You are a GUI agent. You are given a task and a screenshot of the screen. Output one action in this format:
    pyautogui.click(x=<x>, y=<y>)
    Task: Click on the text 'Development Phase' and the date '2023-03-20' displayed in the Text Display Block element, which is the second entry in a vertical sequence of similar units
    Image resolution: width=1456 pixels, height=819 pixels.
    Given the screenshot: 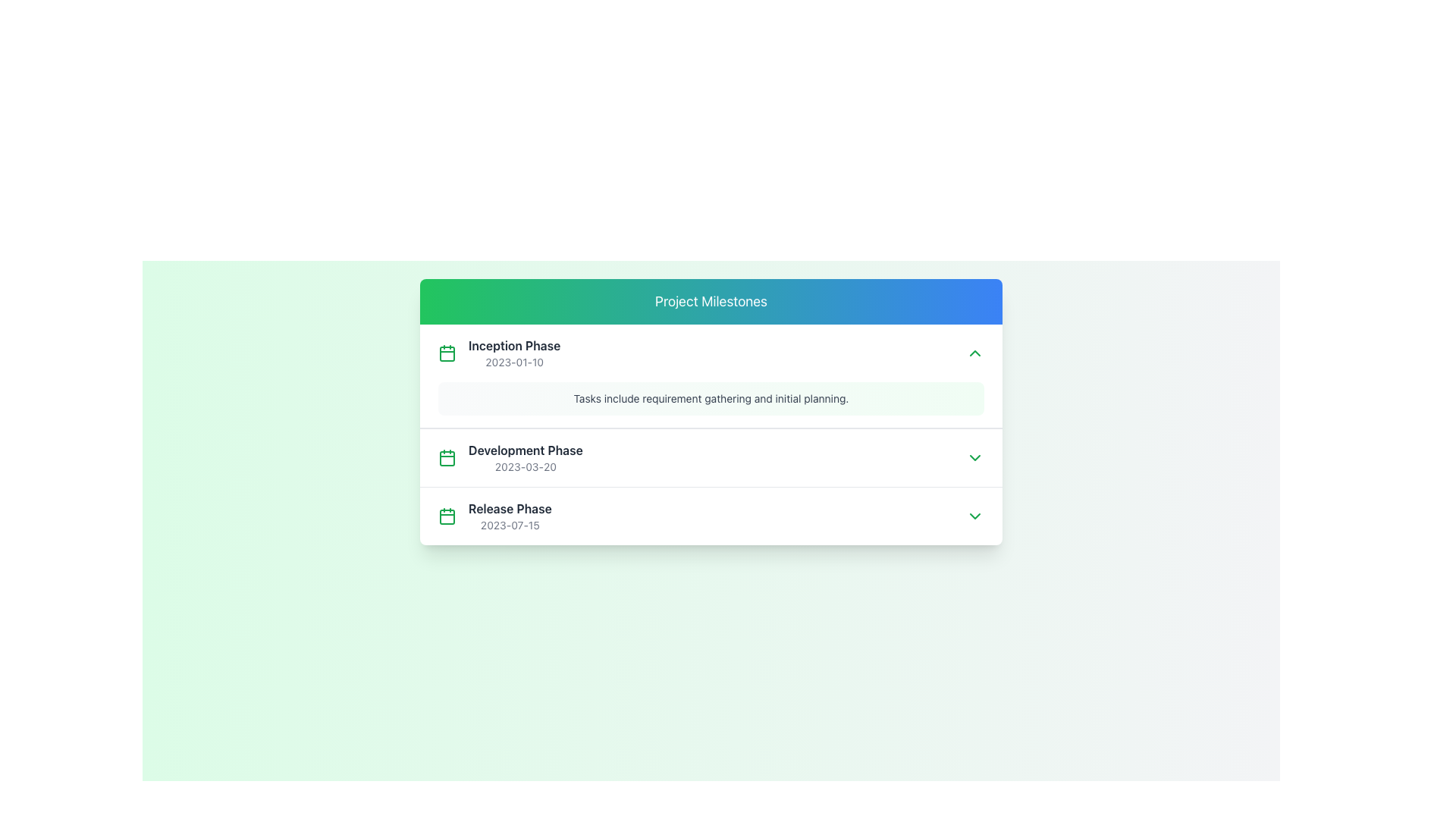 What is the action you would take?
    pyautogui.click(x=526, y=457)
    